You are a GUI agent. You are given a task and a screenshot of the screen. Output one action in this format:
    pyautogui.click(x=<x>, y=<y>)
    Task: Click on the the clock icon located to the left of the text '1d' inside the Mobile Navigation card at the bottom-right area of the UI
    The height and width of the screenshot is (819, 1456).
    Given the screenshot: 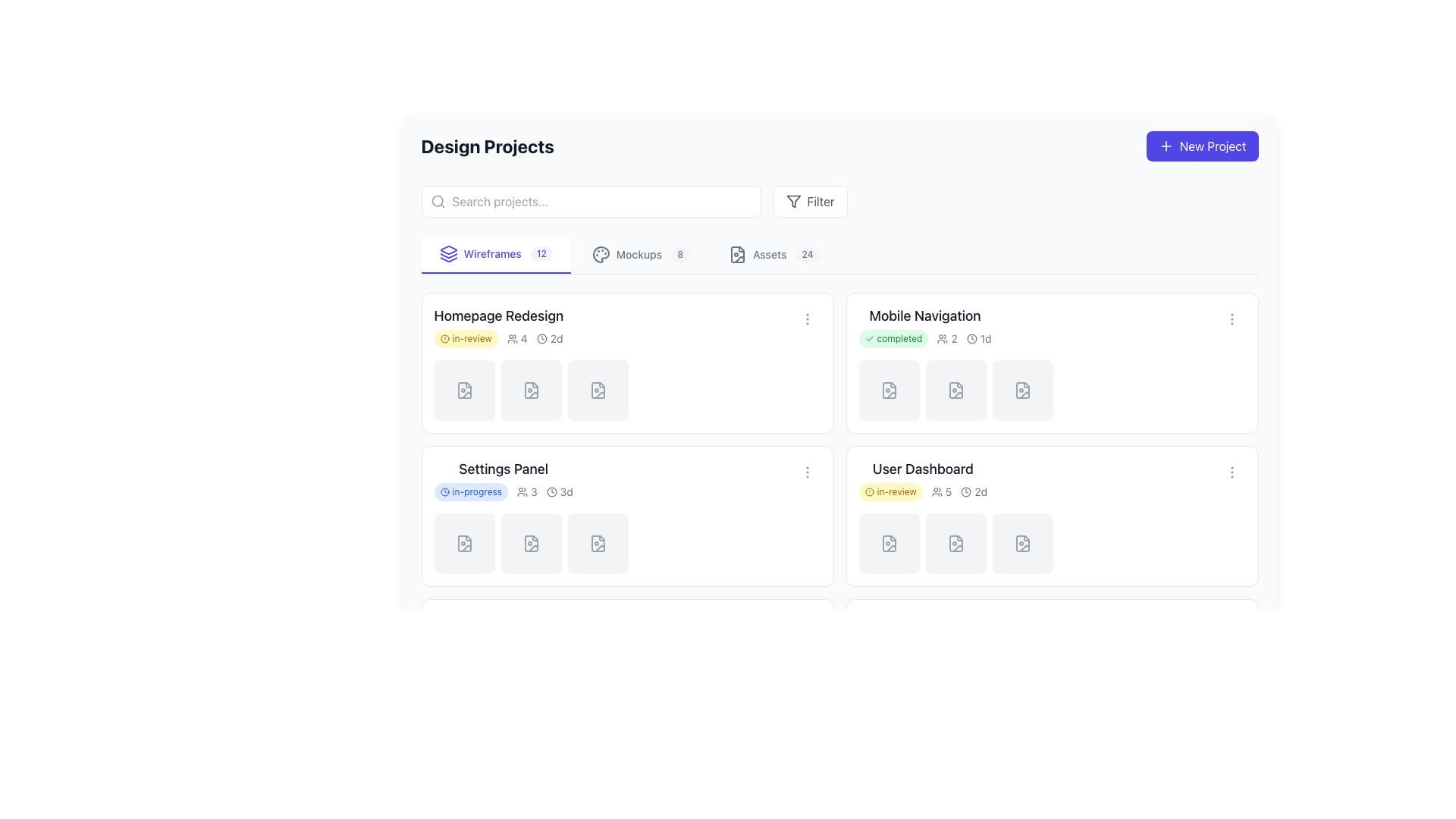 What is the action you would take?
    pyautogui.click(x=971, y=338)
    